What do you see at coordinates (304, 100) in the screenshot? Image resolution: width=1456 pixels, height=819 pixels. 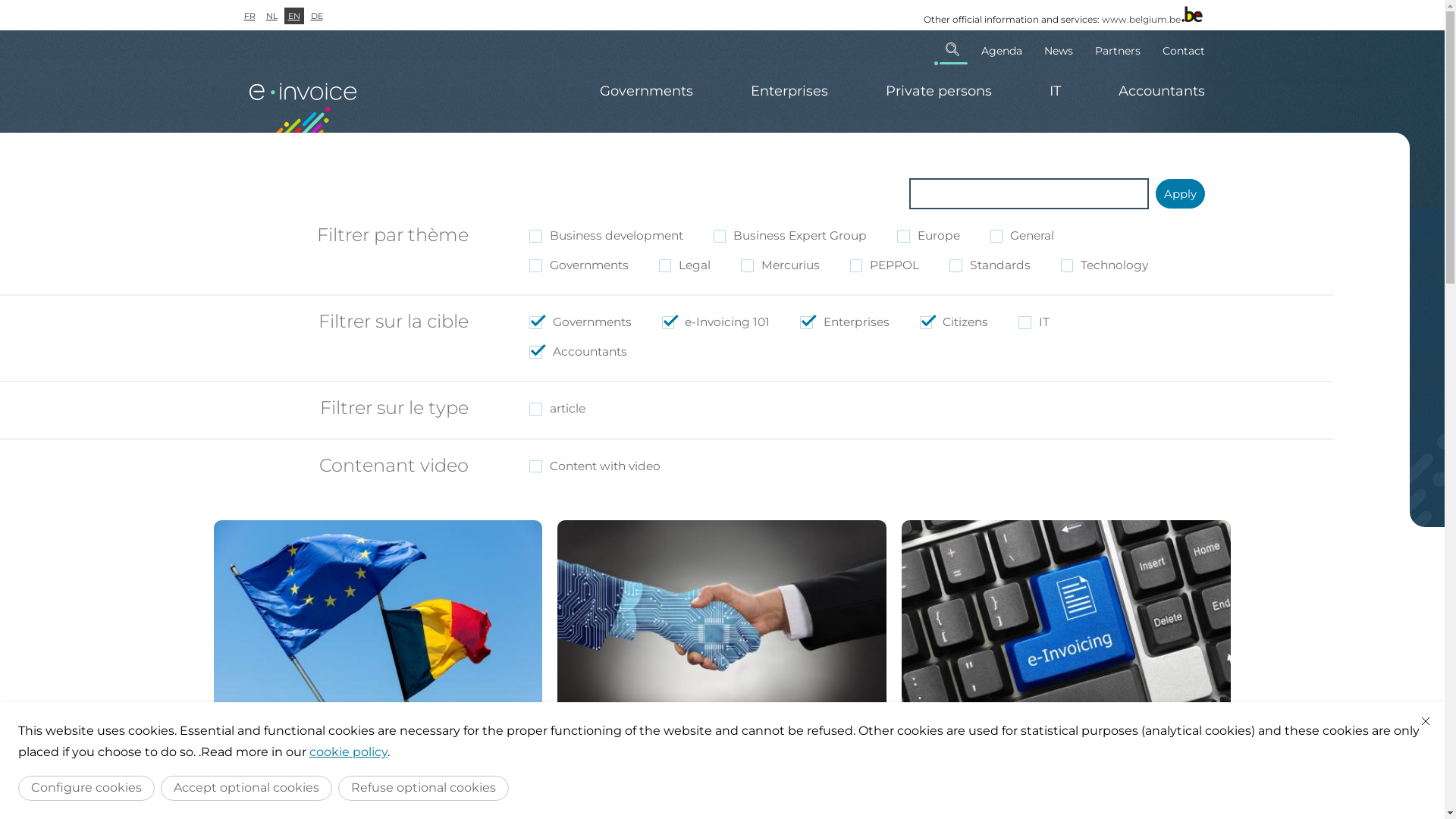 I see `'Back to the homepage'` at bounding box center [304, 100].